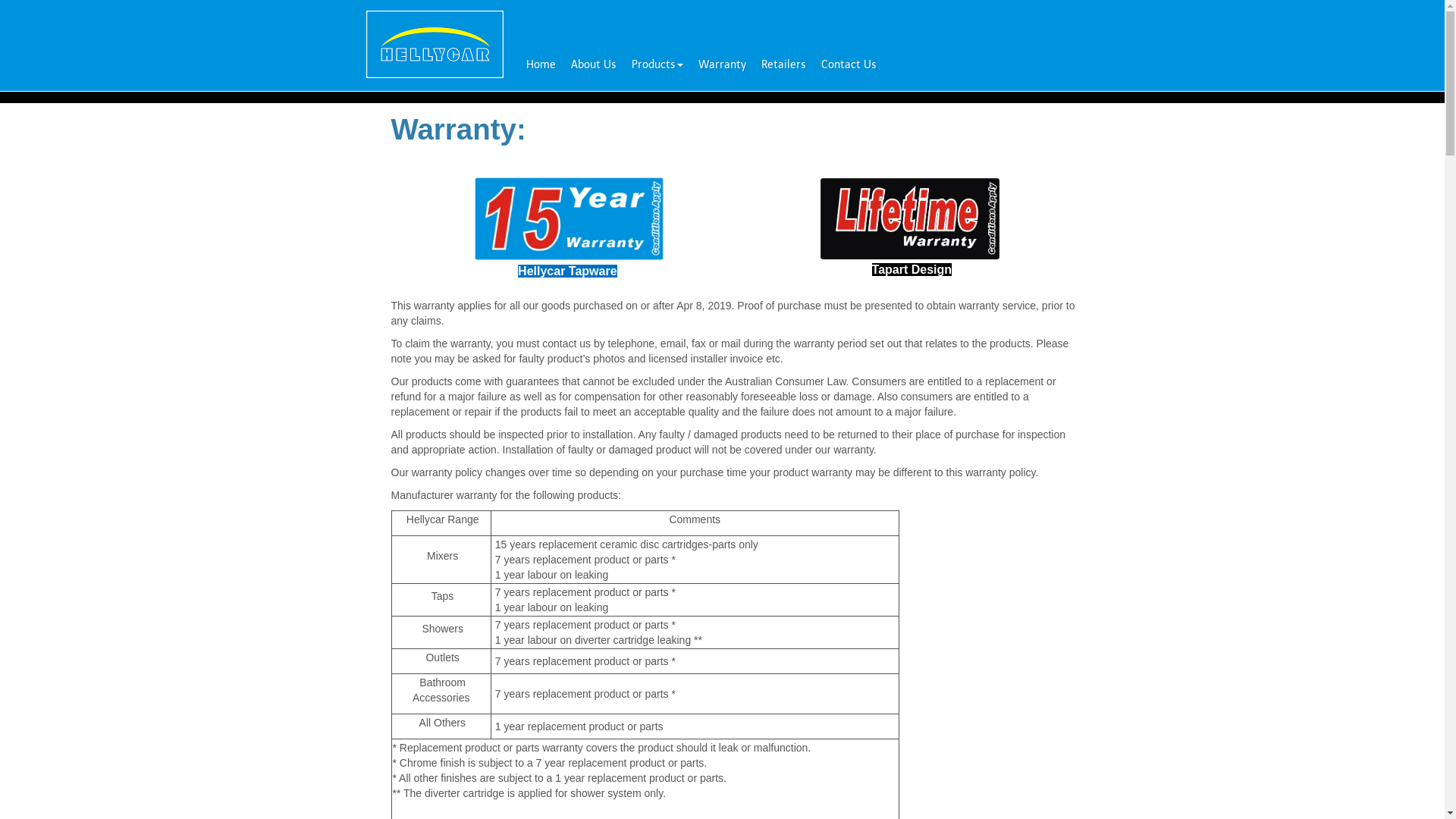 The image size is (1456, 819). Describe the element at coordinates (656, 63) in the screenshot. I see `'Products'` at that location.